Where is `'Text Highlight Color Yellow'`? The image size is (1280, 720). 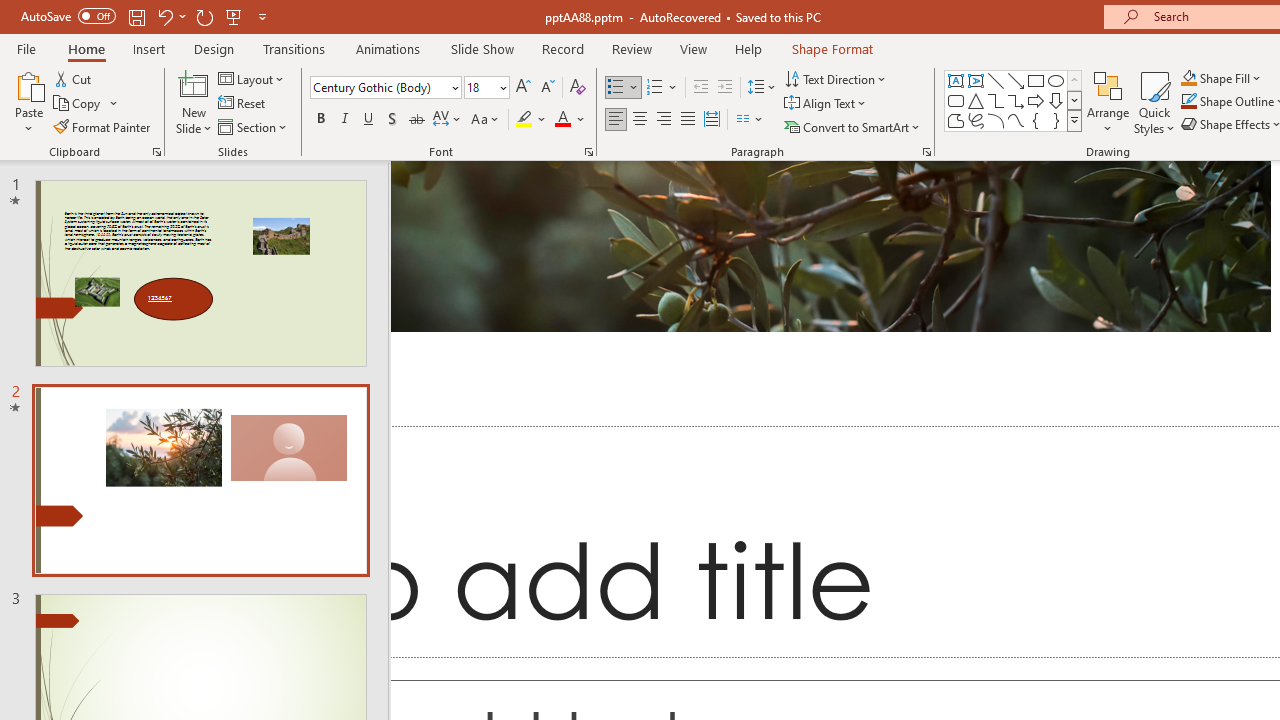 'Text Highlight Color Yellow' is located at coordinates (524, 119).